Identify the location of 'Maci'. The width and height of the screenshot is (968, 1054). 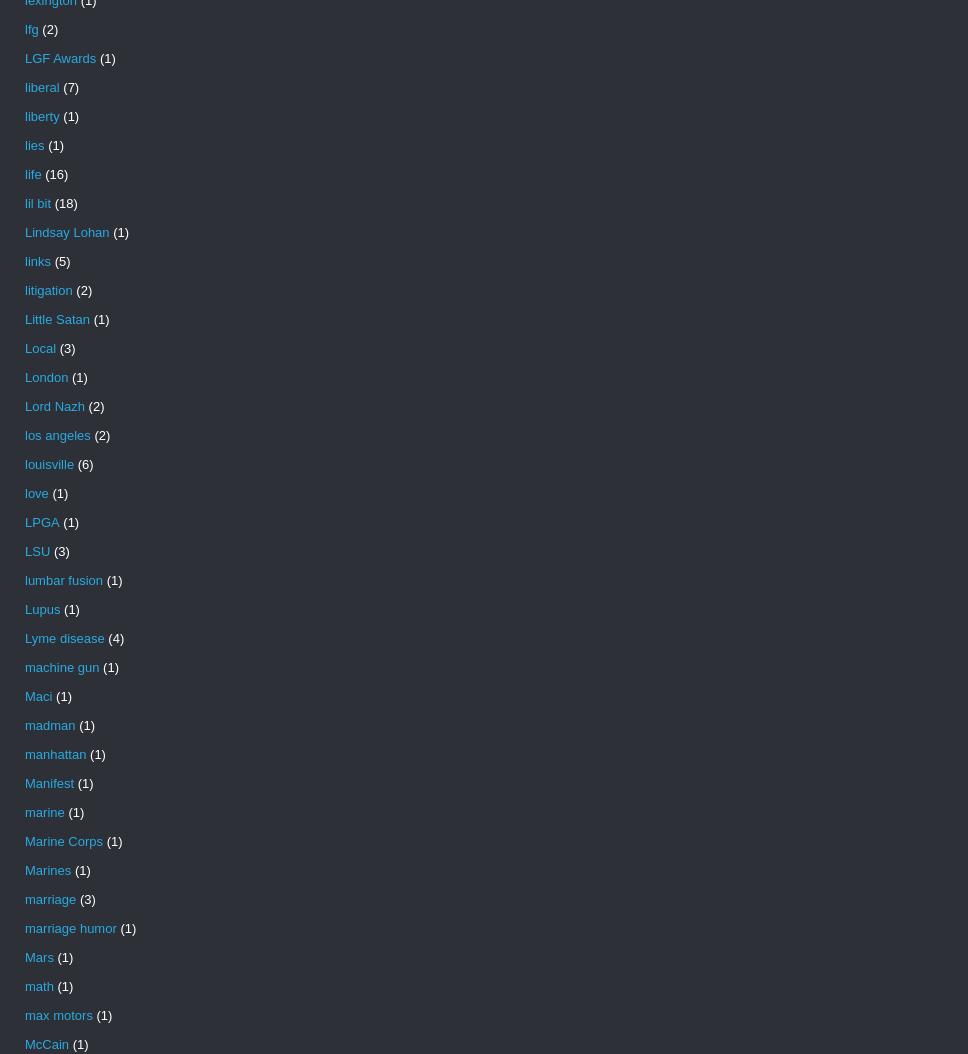
(24, 695).